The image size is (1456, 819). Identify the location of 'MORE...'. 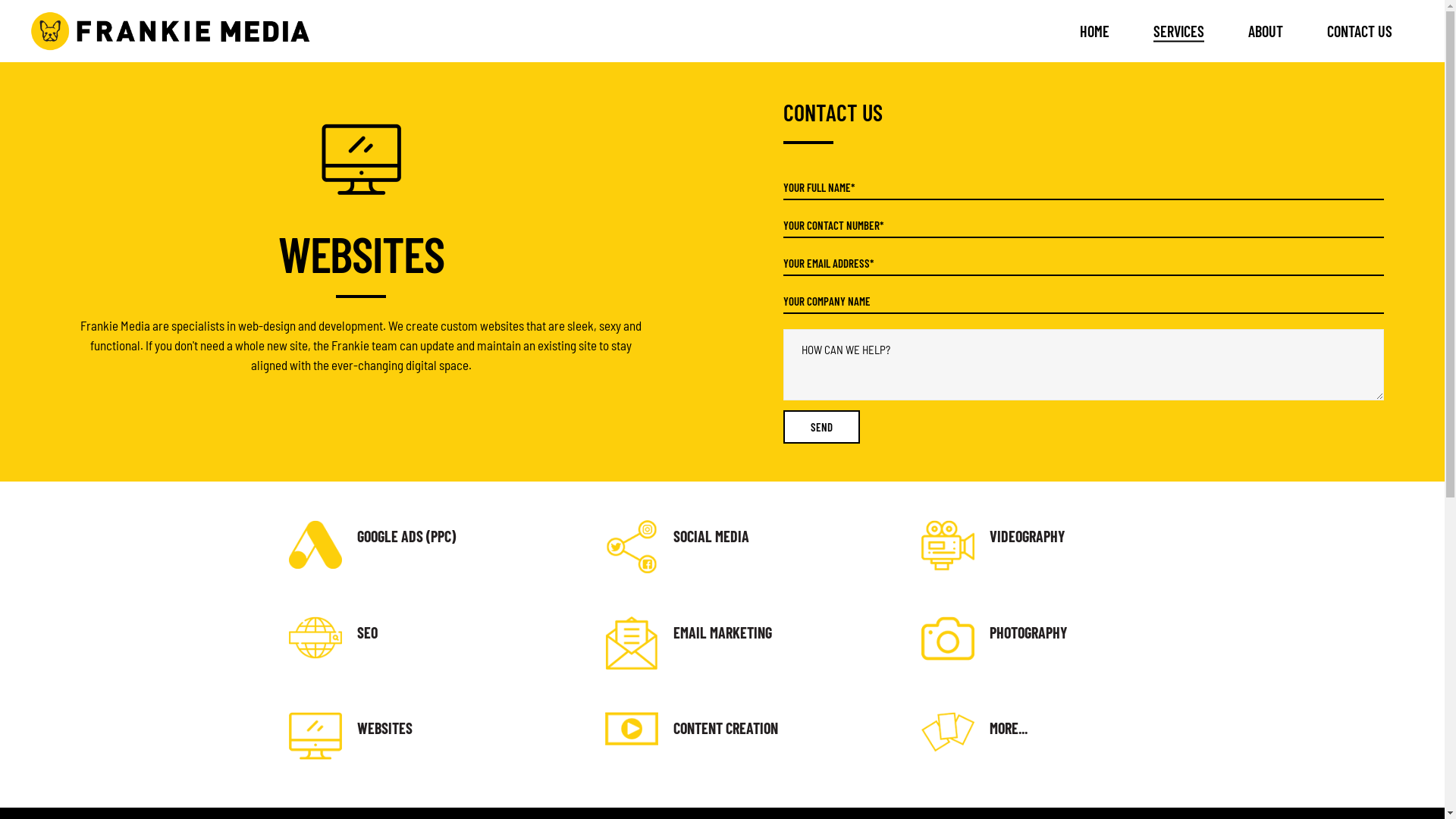
(1008, 727).